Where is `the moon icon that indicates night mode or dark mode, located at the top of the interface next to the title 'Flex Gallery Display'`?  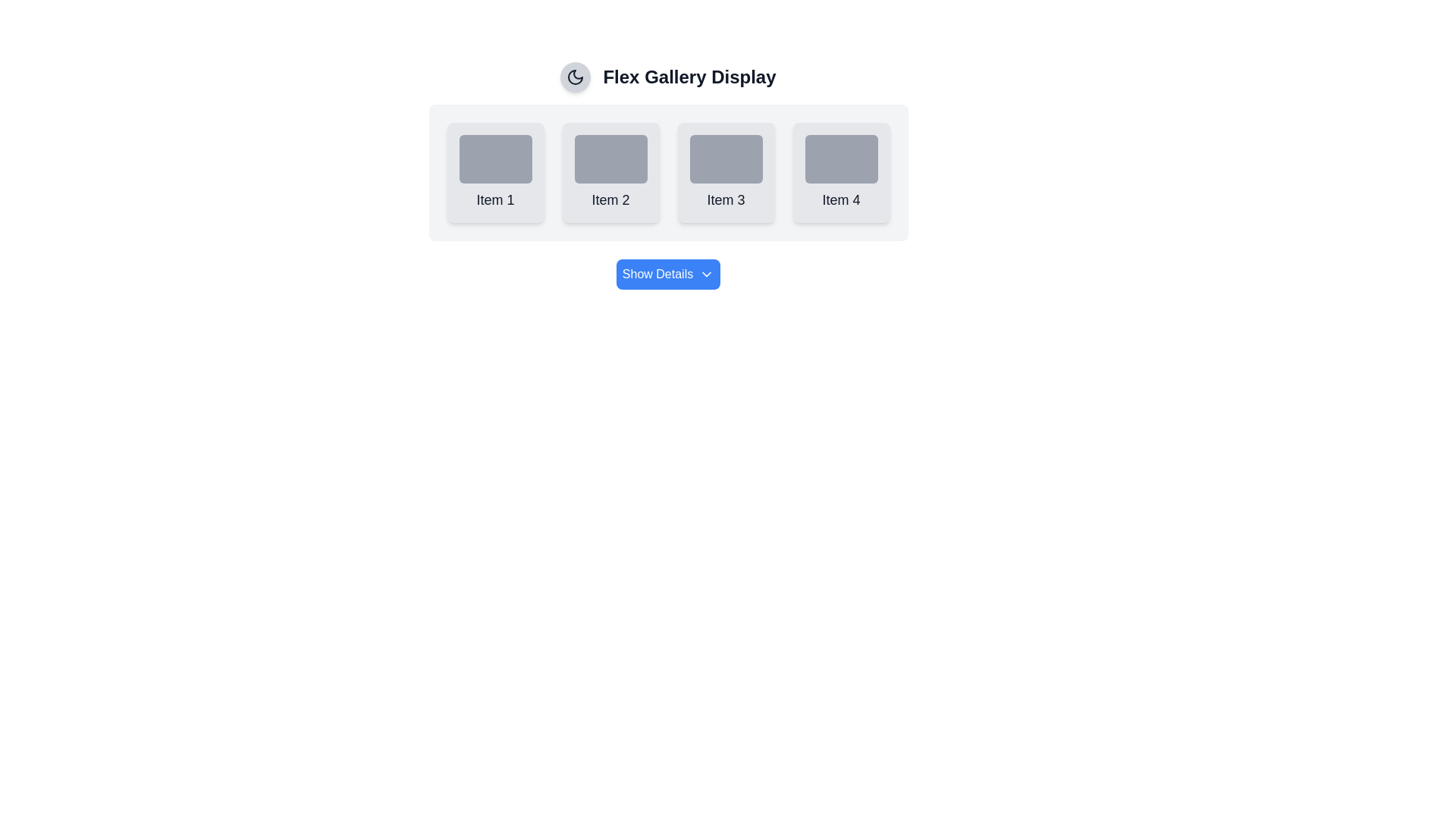 the moon icon that indicates night mode or dark mode, located at the top of the interface next to the title 'Flex Gallery Display' is located at coordinates (575, 77).